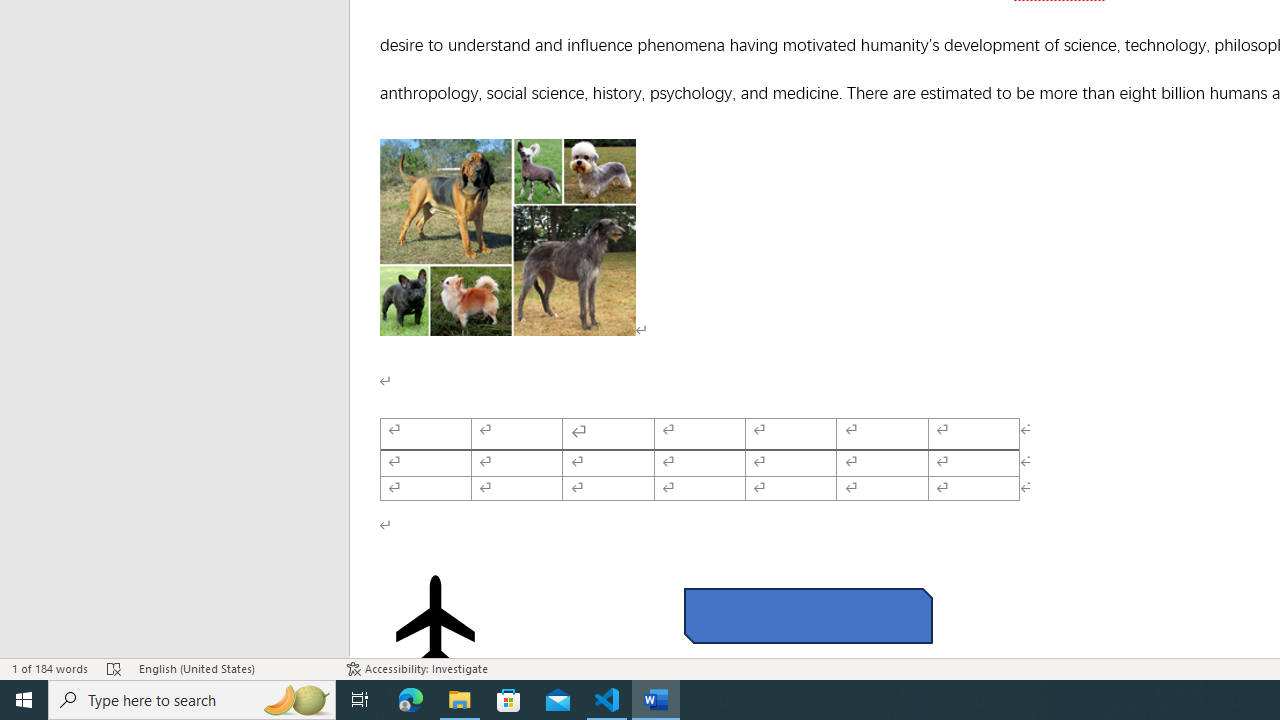 Image resolution: width=1280 pixels, height=720 pixels. What do you see at coordinates (232, 669) in the screenshot?
I see `'Language English (United States)'` at bounding box center [232, 669].